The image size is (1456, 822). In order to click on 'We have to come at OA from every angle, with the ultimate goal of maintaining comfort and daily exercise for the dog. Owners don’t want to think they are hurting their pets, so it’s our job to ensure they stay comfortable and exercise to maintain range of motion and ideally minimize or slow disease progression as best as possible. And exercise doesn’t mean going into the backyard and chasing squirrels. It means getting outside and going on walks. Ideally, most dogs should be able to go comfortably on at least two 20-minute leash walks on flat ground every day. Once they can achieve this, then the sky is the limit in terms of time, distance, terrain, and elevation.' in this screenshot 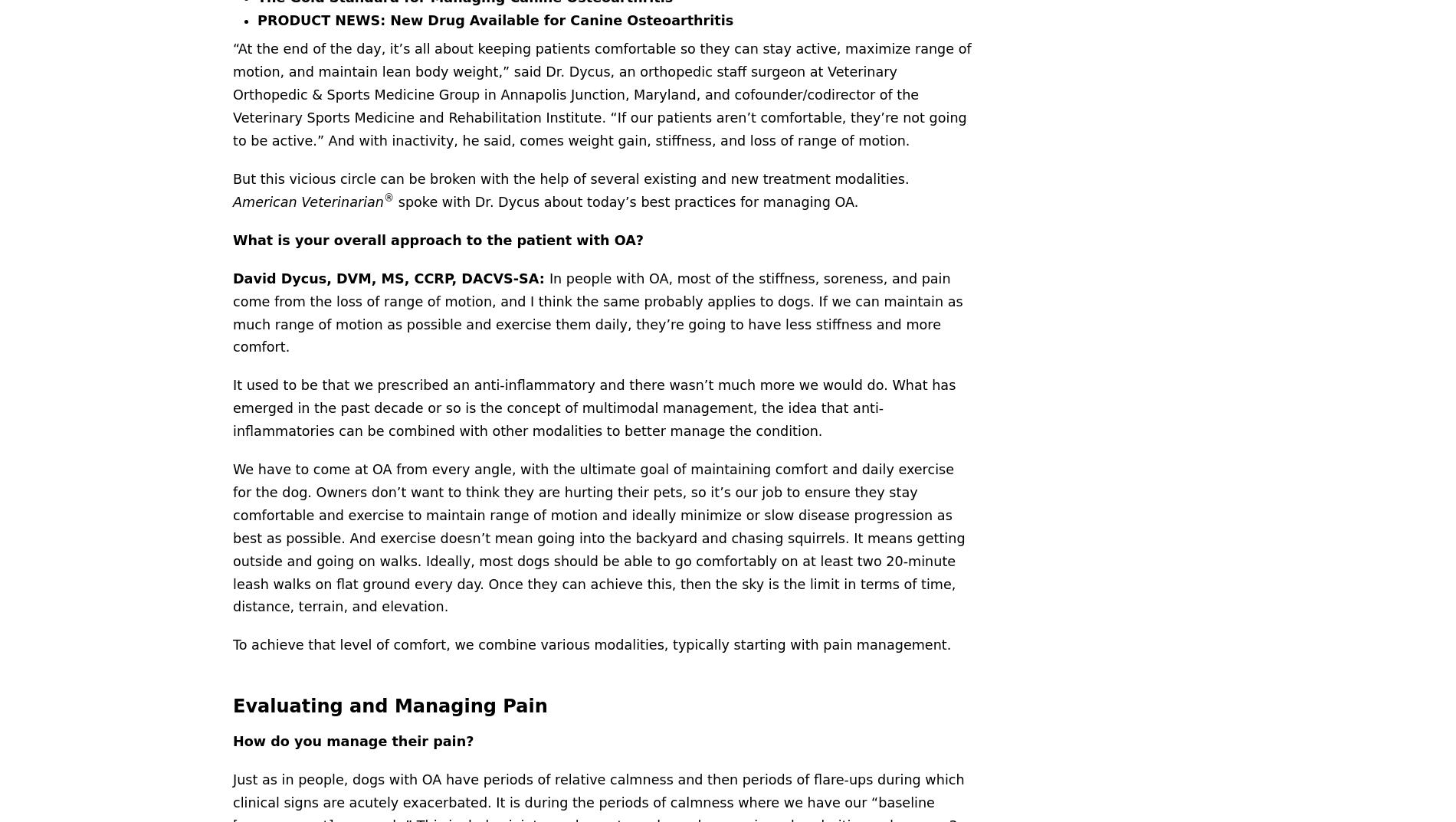, I will do `click(232, 538)`.